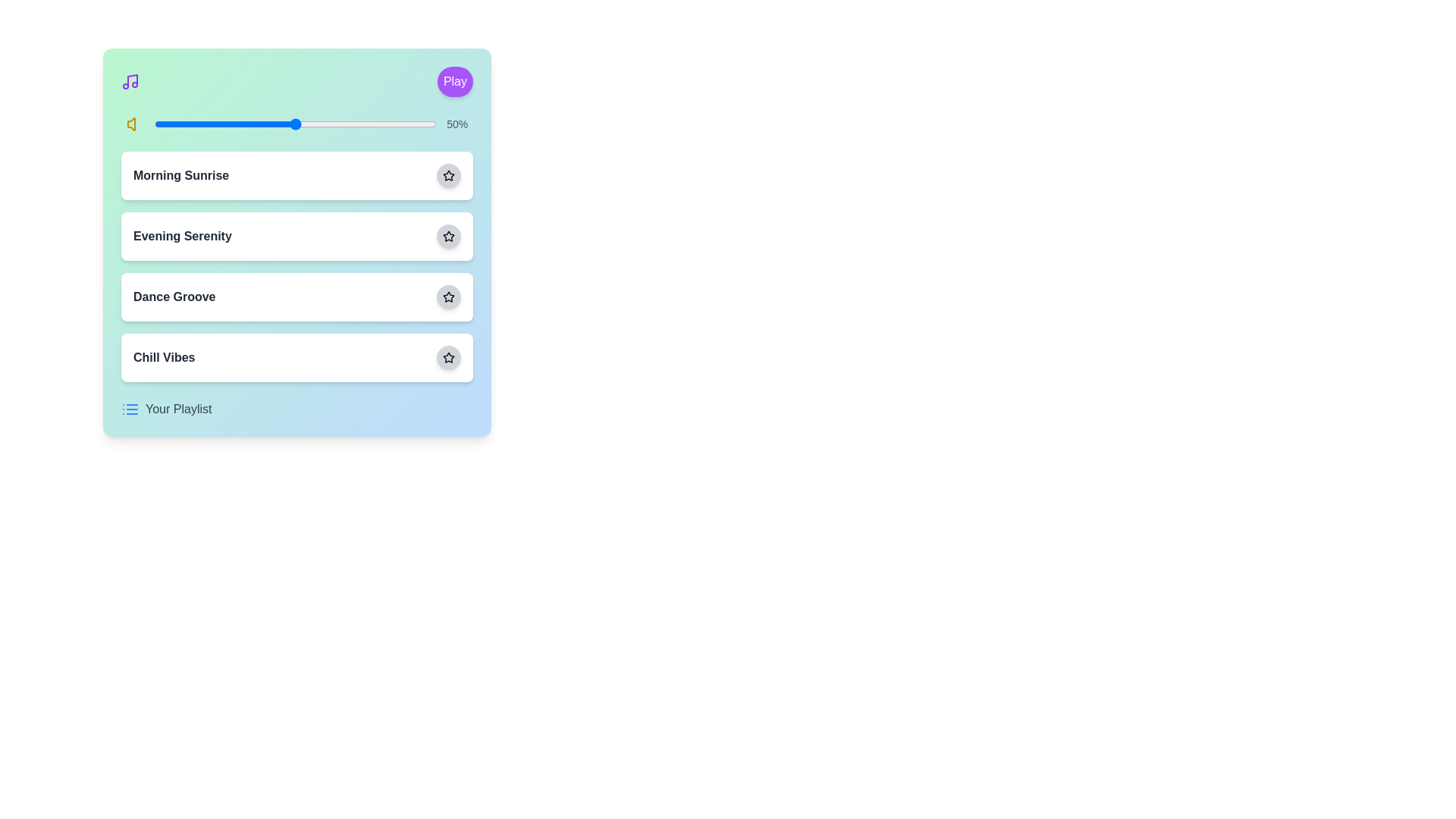 This screenshot has width=1456, height=819. I want to click on the text label displaying the title 'Dance Groove', which is the third item in a vertical list of song titles inside a rounded card, so click(174, 297).